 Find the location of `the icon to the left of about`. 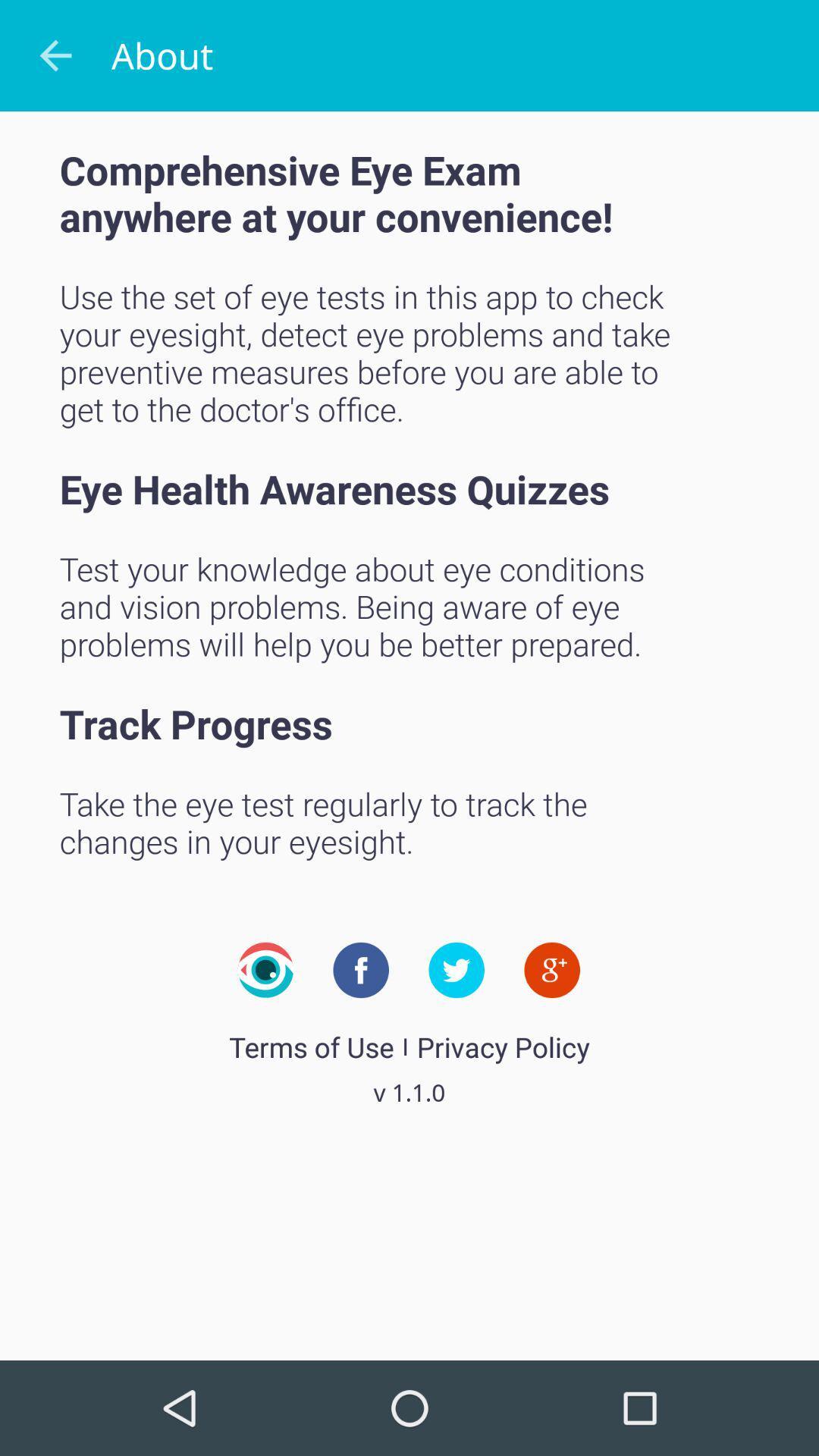

the icon to the left of about is located at coordinates (55, 55).